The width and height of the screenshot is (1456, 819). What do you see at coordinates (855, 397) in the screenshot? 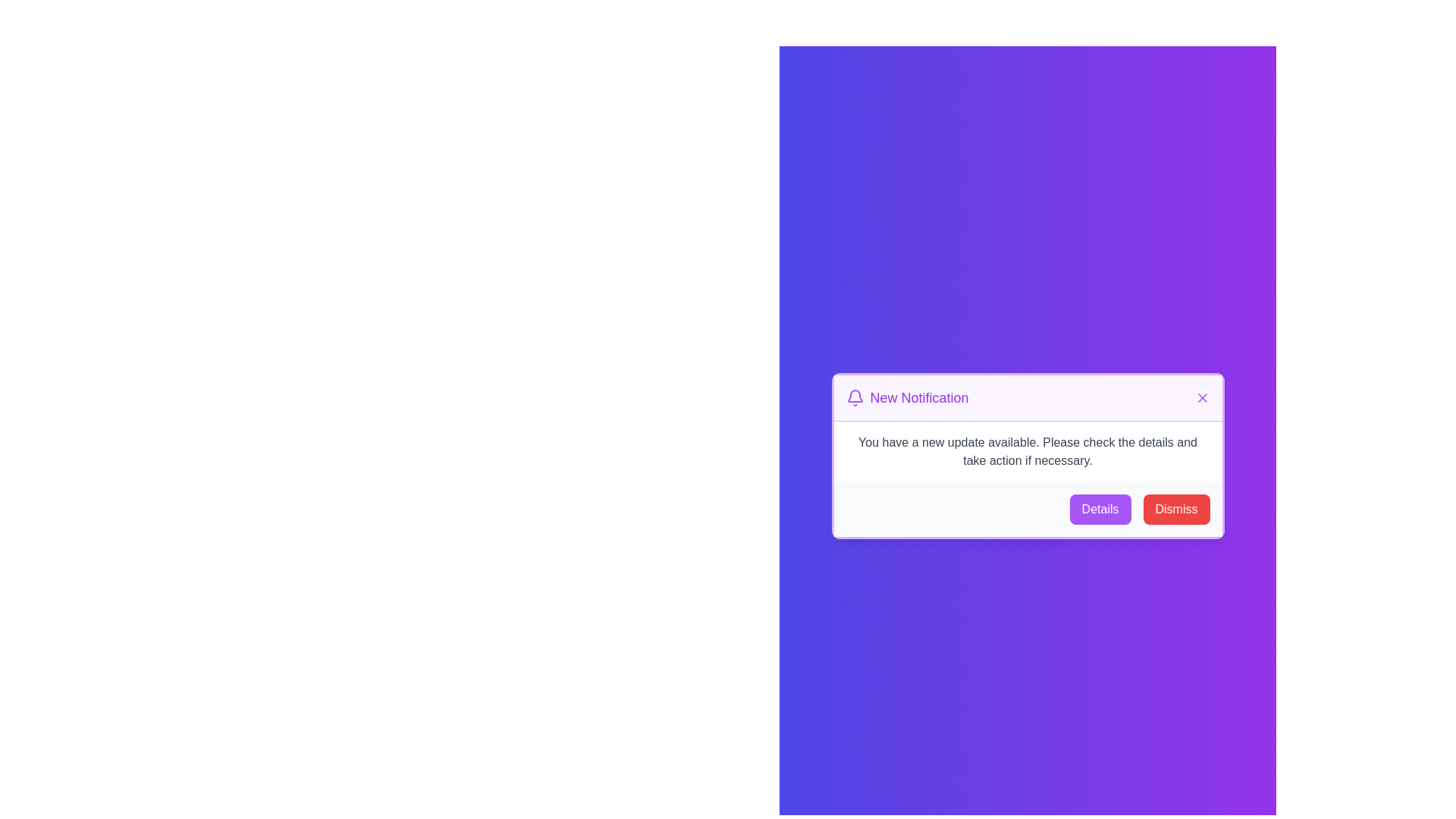
I see `the purple notification bell icon located to the left of the 'New Notification' text` at bounding box center [855, 397].